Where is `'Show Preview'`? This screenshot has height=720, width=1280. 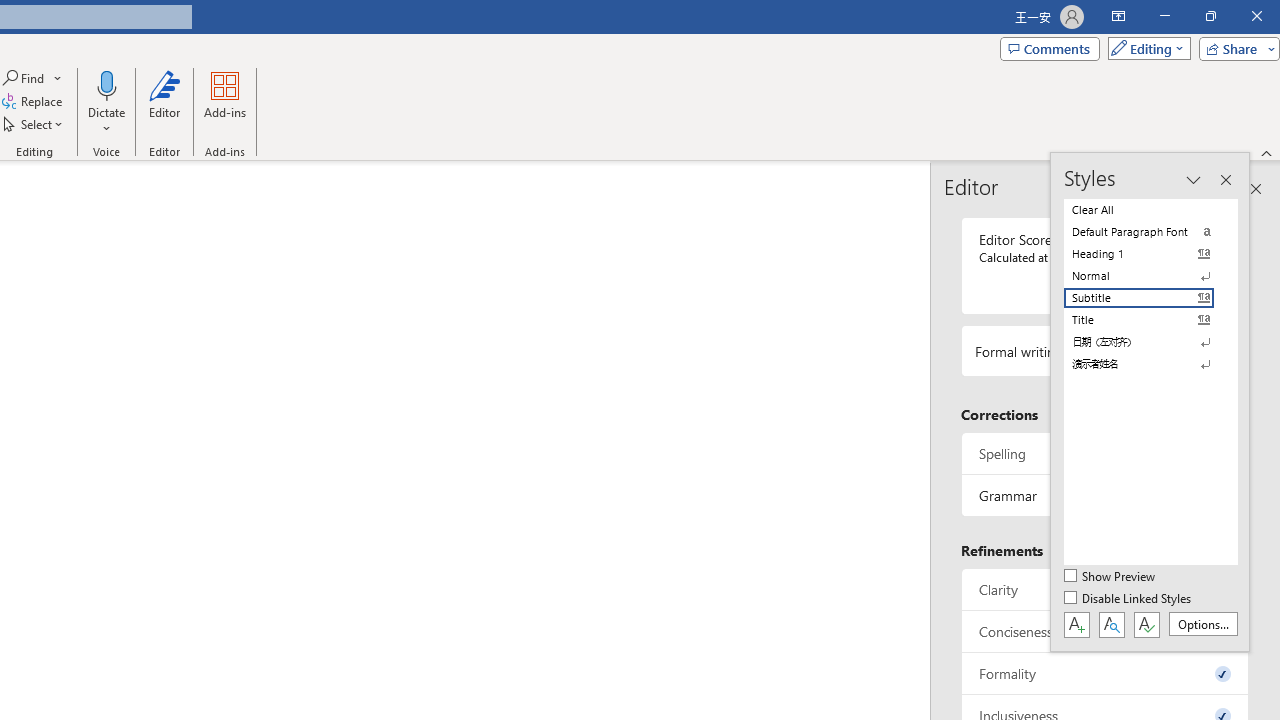 'Show Preview' is located at coordinates (1110, 577).